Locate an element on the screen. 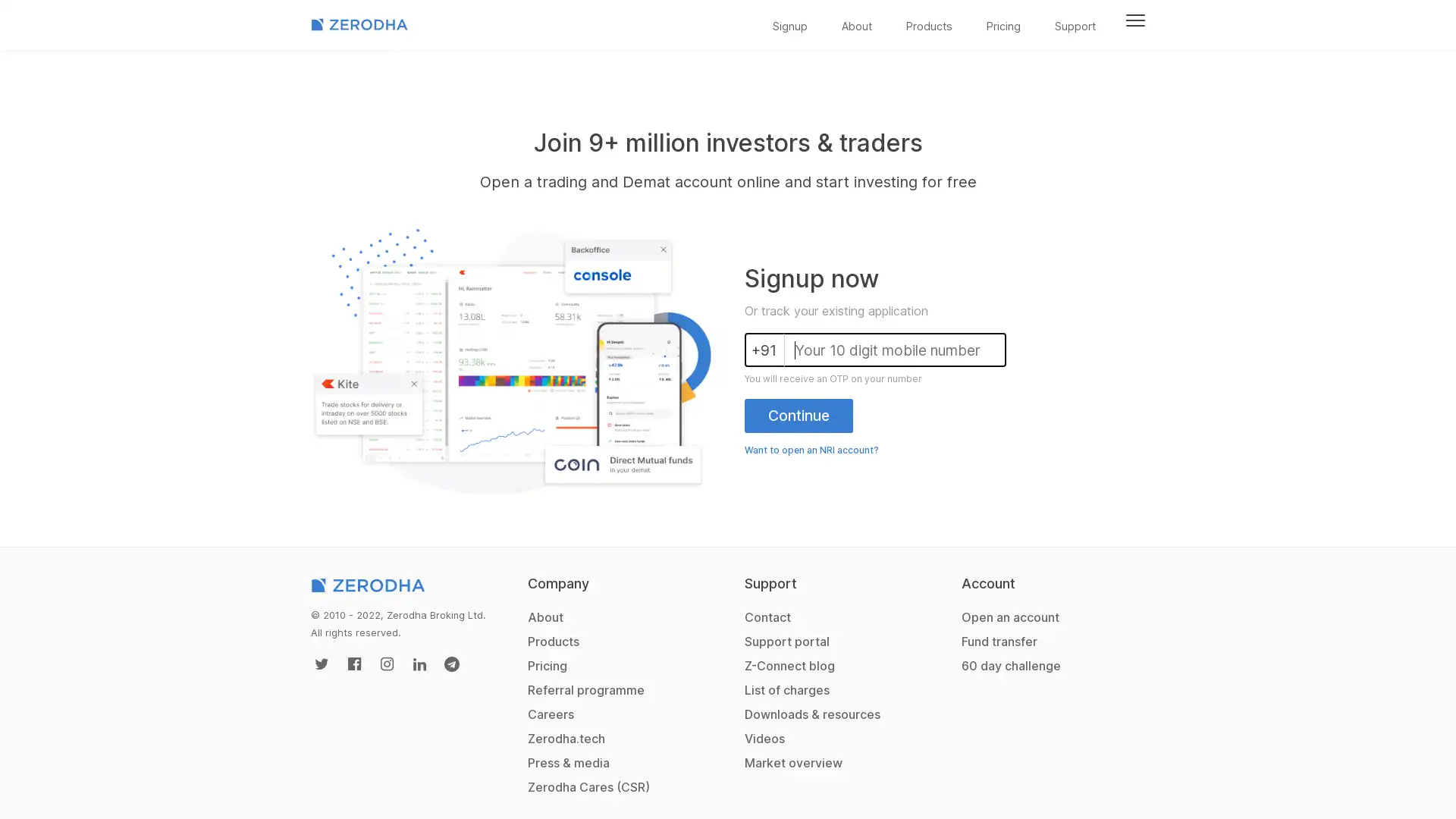 The width and height of the screenshot is (1456, 819). Continue is located at coordinates (798, 415).